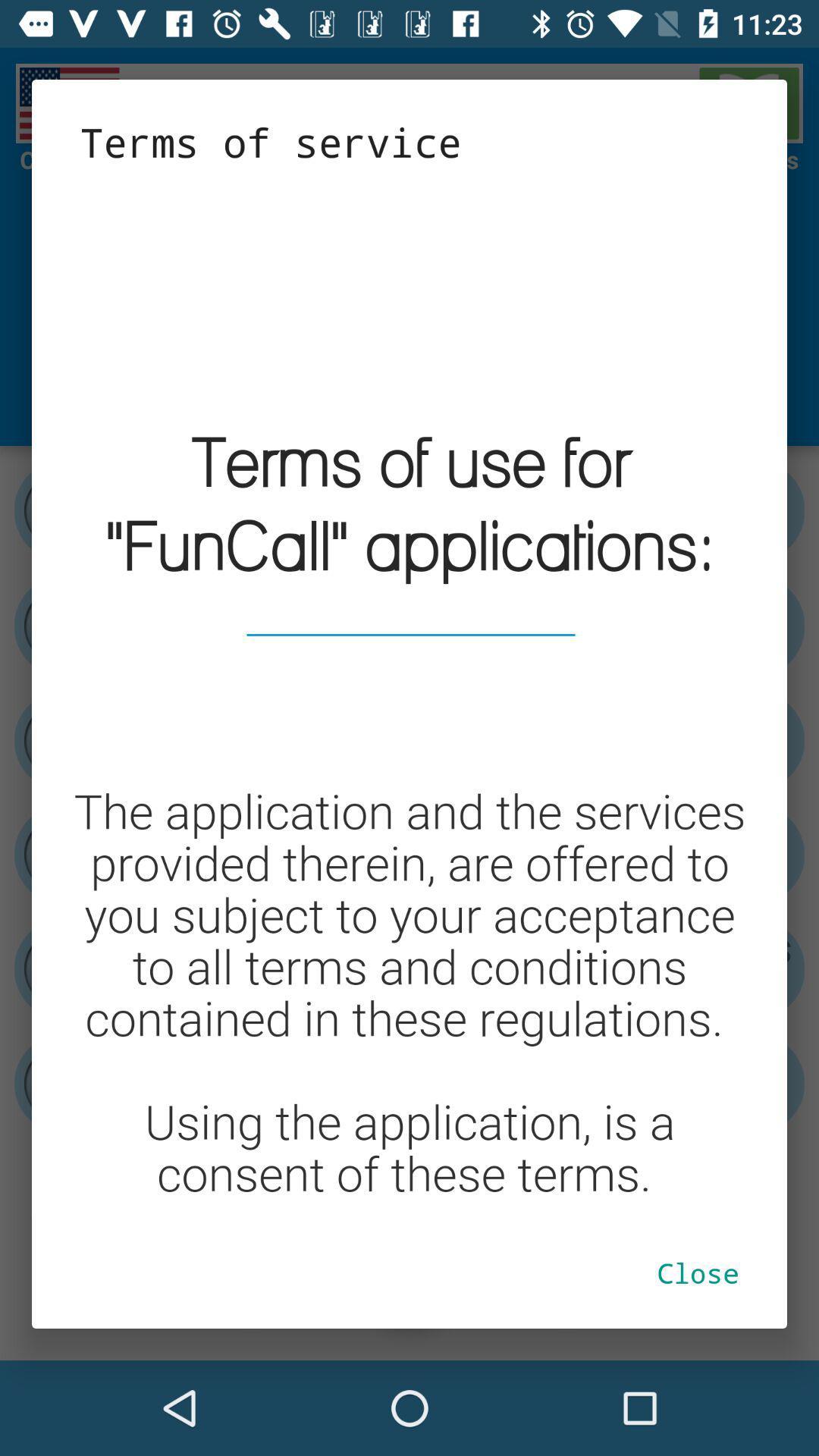 The image size is (819, 1456). Describe the element at coordinates (698, 1272) in the screenshot. I see `close` at that location.